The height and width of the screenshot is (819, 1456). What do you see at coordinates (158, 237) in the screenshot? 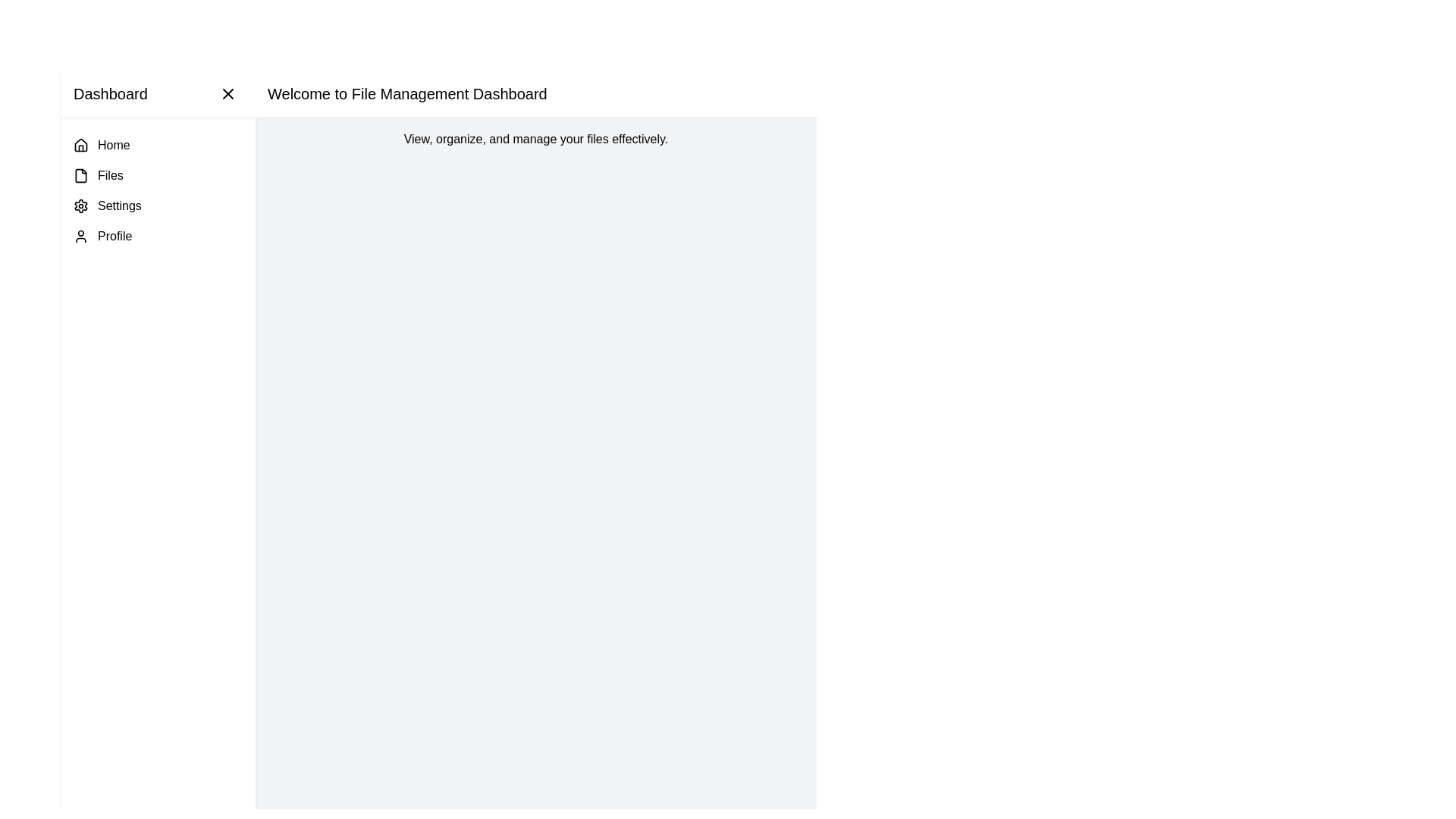
I see `the profile navigation button located in the left sidebar, which is the fourth item in the vertical list below the 'Settings' button` at bounding box center [158, 237].